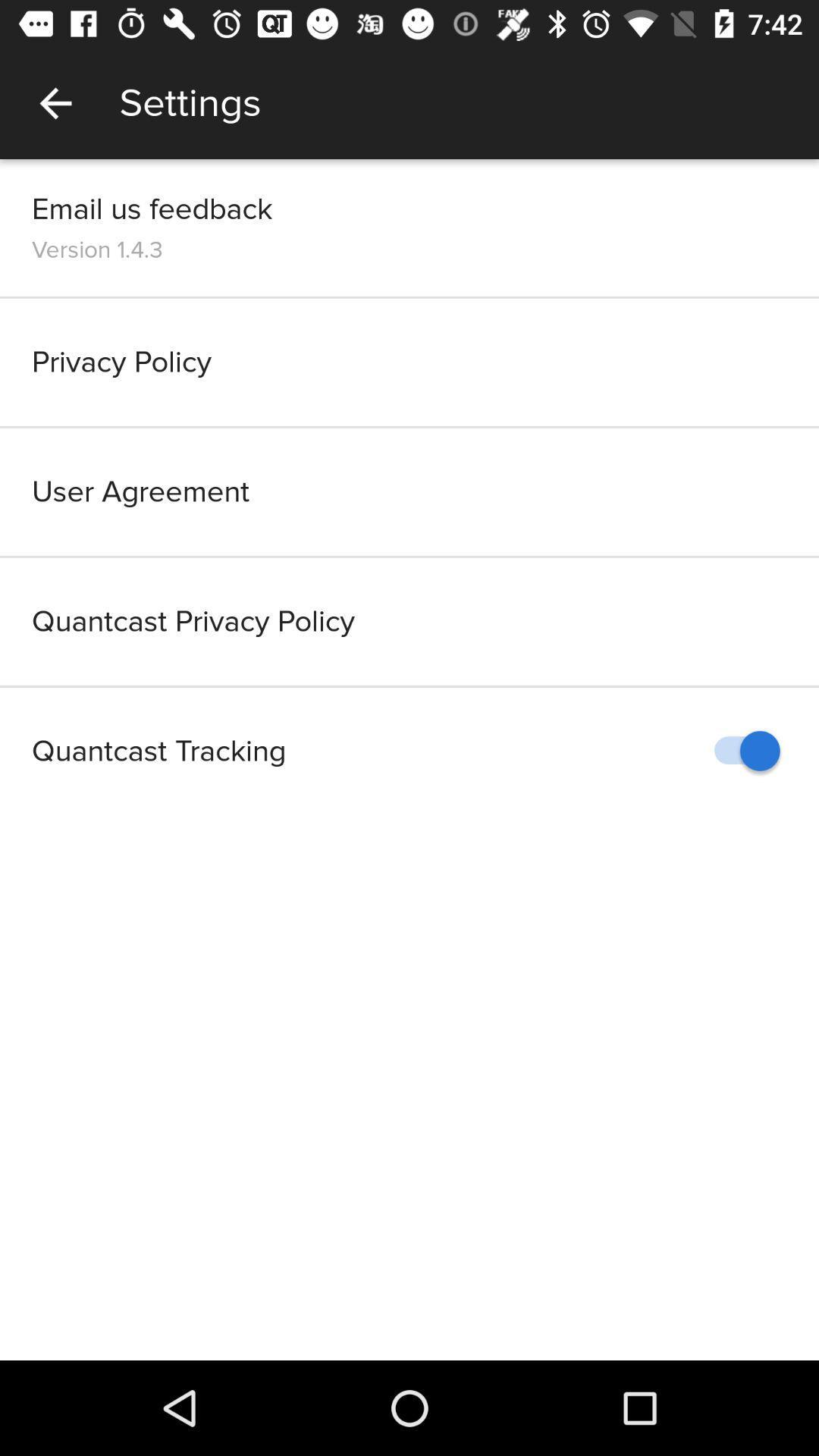 The width and height of the screenshot is (819, 1456). Describe the element at coordinates (739, 751) in the screenshot. I see `the icon to the right of quantcast tracking` at that location.